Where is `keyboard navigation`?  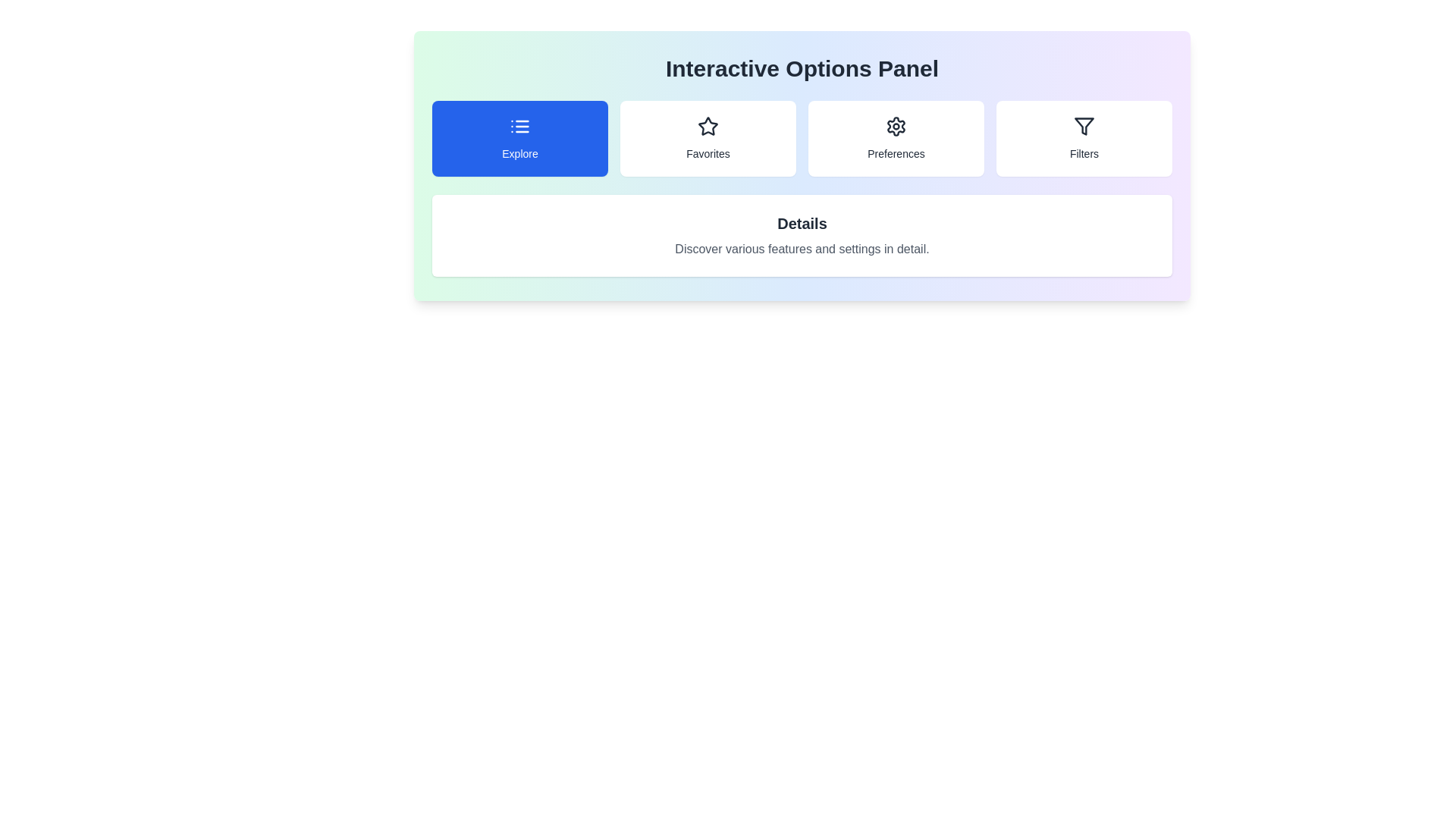 keyboard navigation is located at coordinates (1084, 125).